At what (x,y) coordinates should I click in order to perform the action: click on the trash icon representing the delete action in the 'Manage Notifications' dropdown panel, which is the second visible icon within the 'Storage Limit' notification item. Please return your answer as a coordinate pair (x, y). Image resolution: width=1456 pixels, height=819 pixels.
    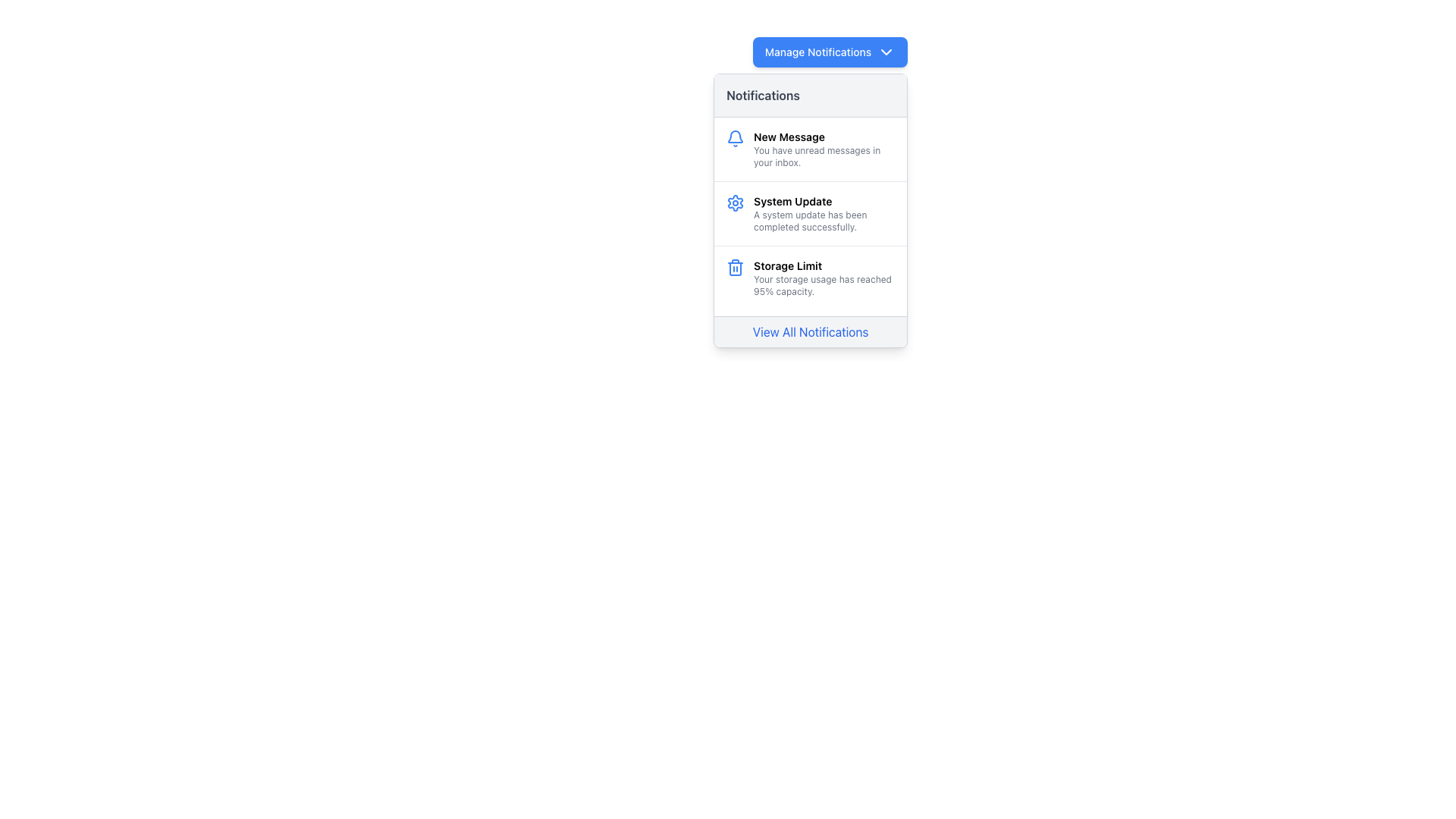
    Looking at the image, I should click on (735, 268).